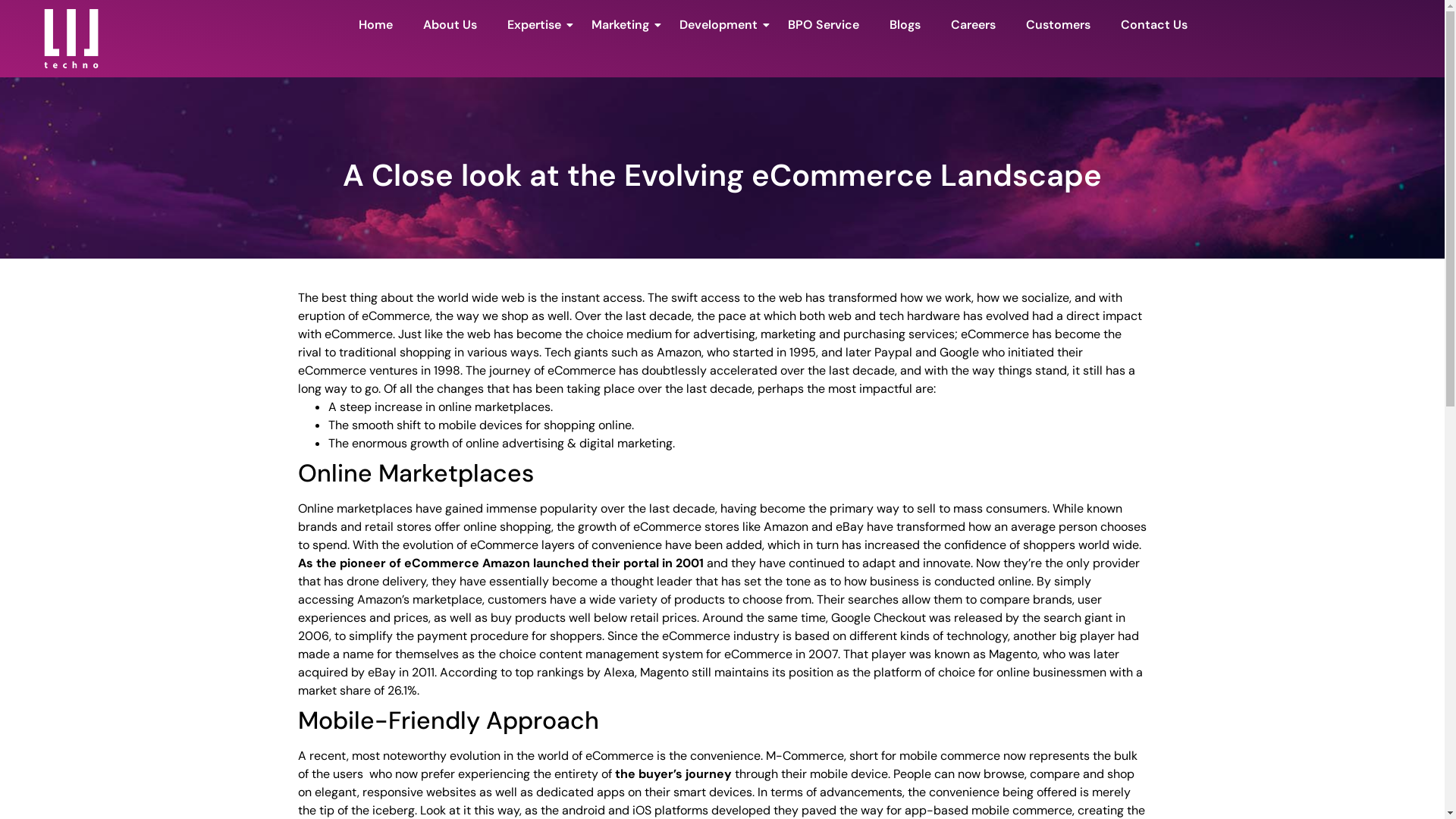 Image resolution: width=1456 pixels, height=819 pixels. What do you see at coordinates (449, 26) in the screenshot?
I see `'About Us'` at bounding box center [449, 26].